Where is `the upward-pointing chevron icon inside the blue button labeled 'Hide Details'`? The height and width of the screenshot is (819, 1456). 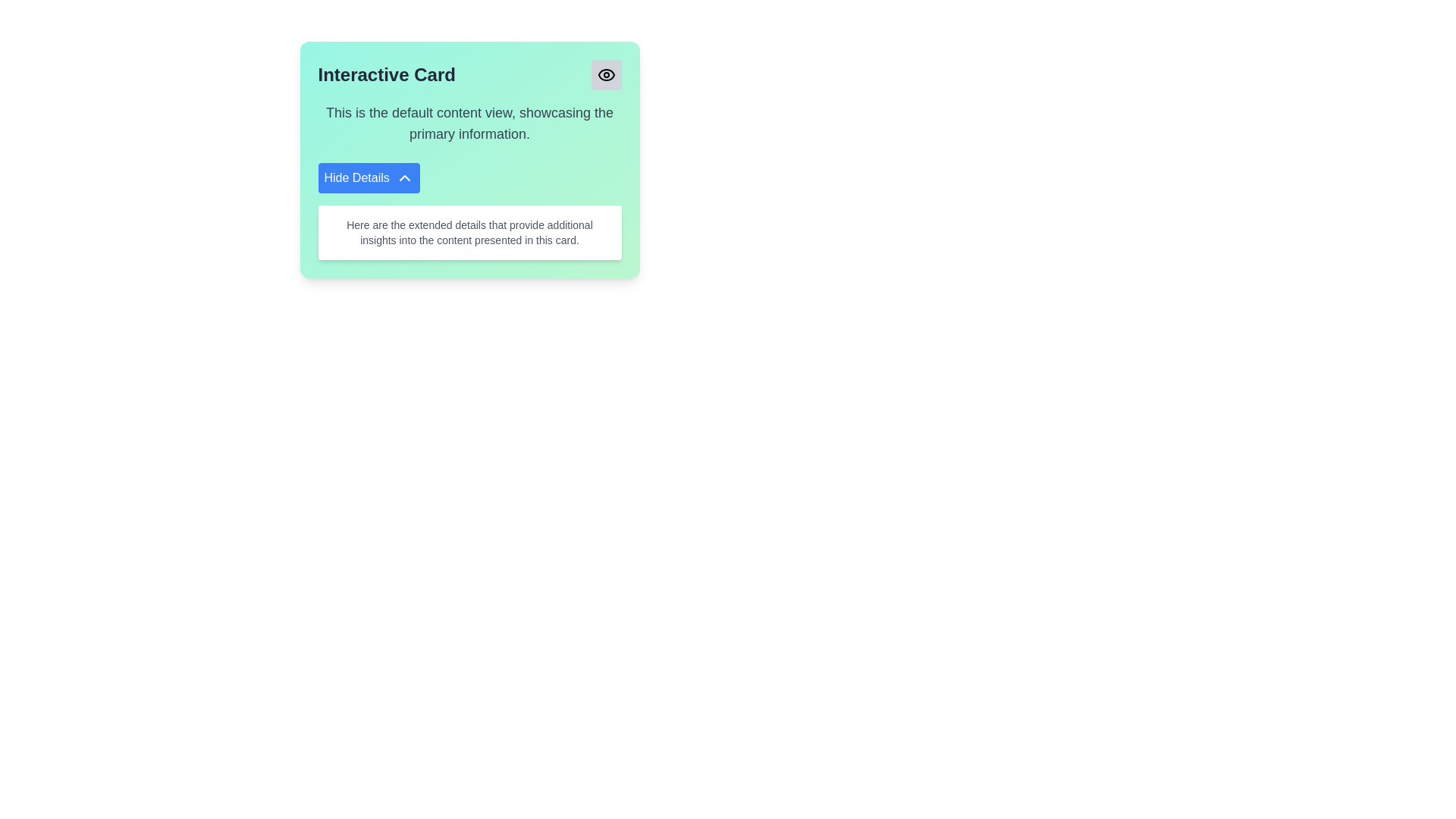 the upward-pointing chevron icon inside the blue button labeled 'Hide Details' is located at coordinates (404, 177).